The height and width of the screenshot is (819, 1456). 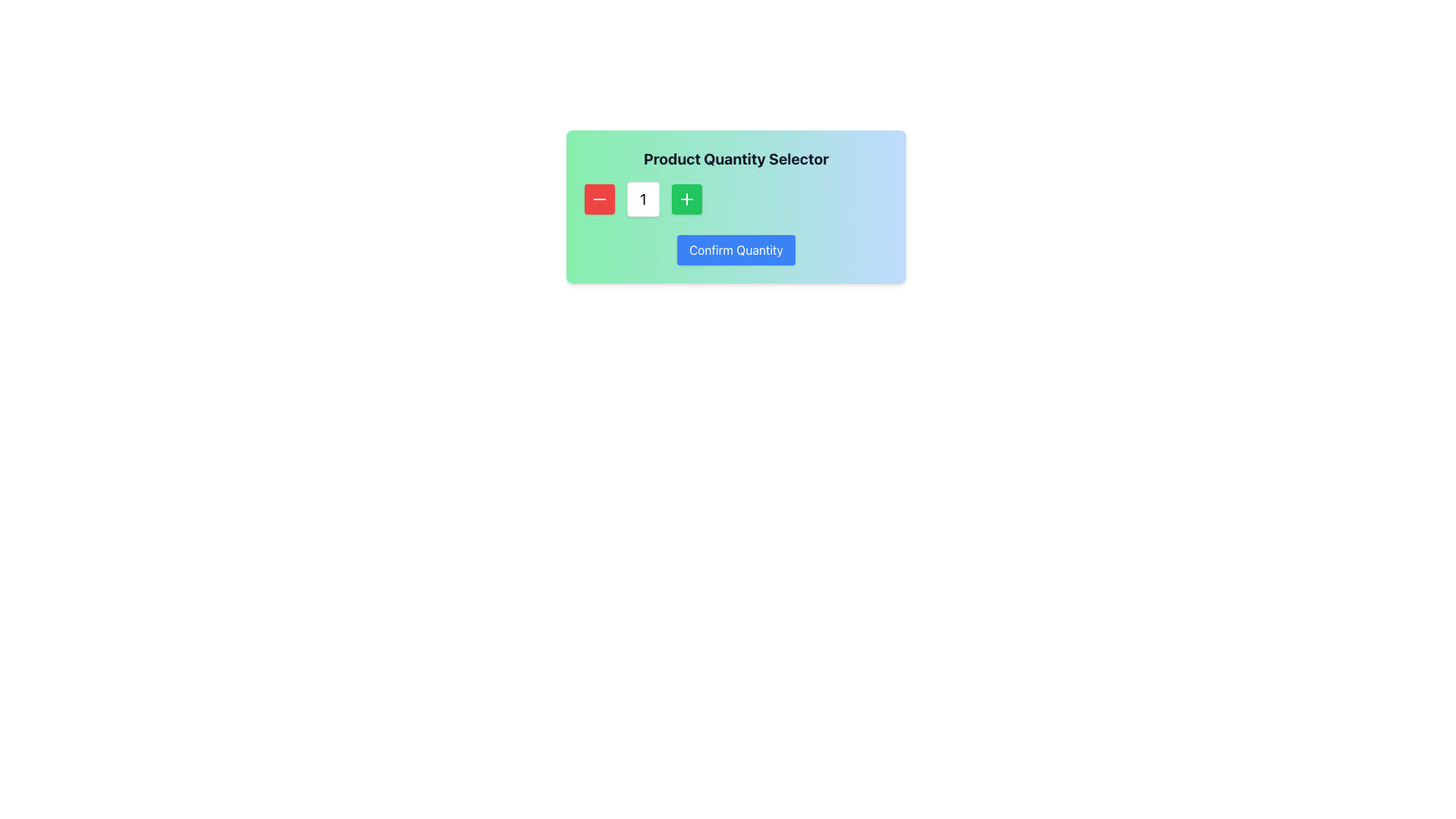 What do you see at coordinates (686, 198) in the screenshot?
I see `the green square button with a white plus symbol (+)` at bounding box center [686, 198].